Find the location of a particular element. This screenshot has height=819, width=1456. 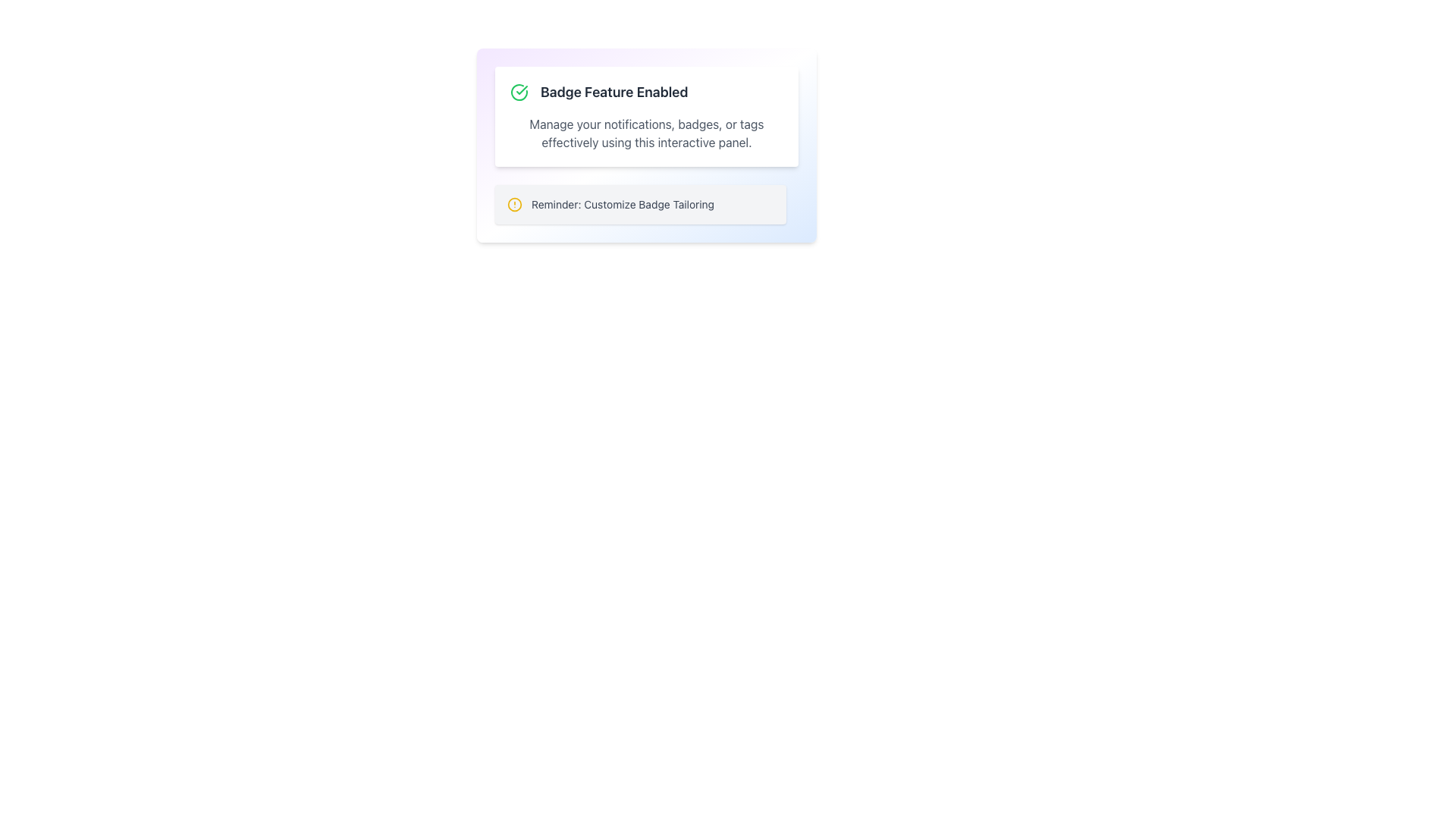

the icon indicating the successful activation of the 'Badge Feature Enabled' feature, which is located to the left of the text 'Badge Feature Enabled' is located at coordinates (519, 93).